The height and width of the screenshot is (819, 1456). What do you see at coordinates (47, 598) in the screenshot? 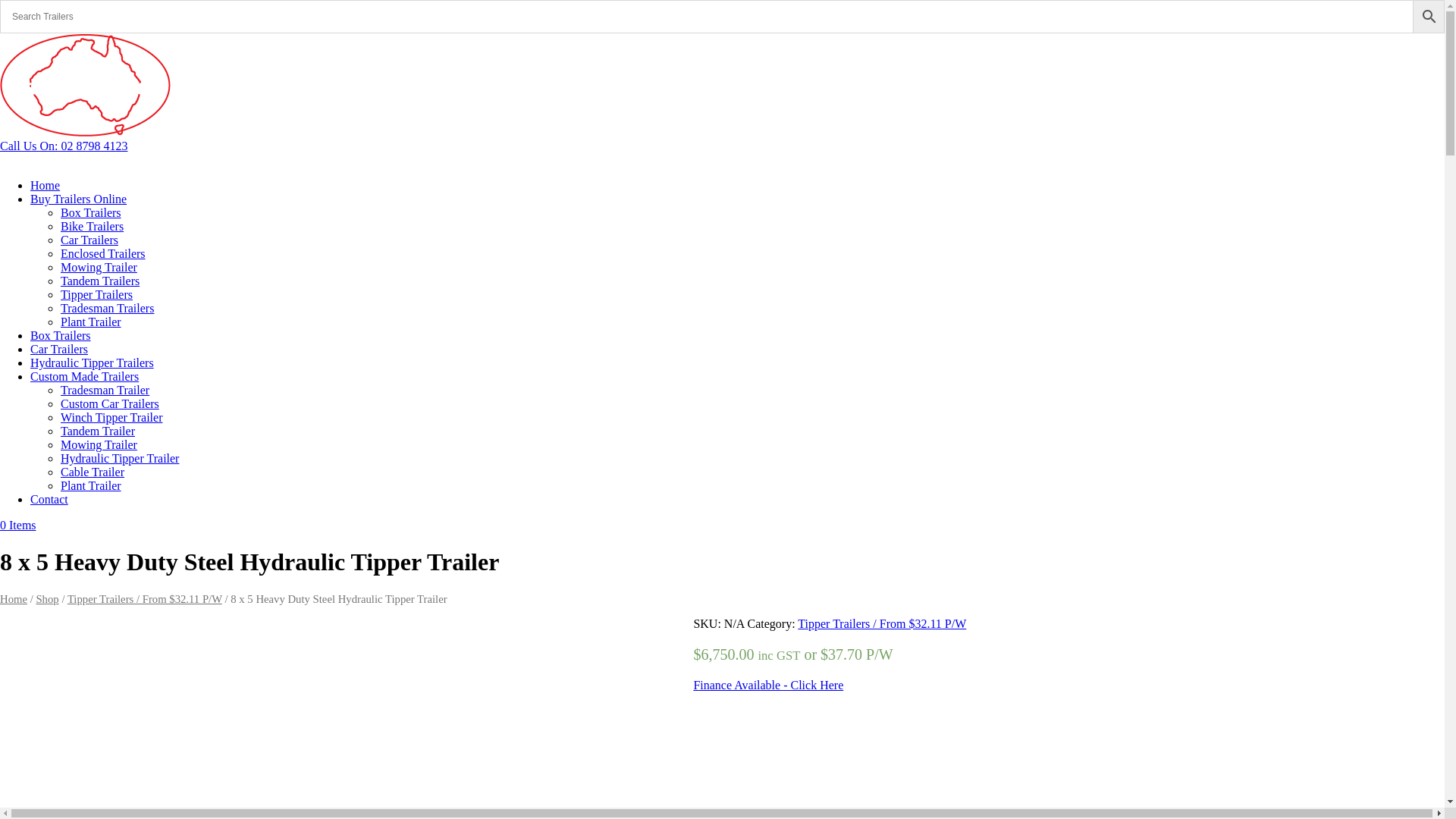
I see `'Shop'` at bounding box center [47, 598].